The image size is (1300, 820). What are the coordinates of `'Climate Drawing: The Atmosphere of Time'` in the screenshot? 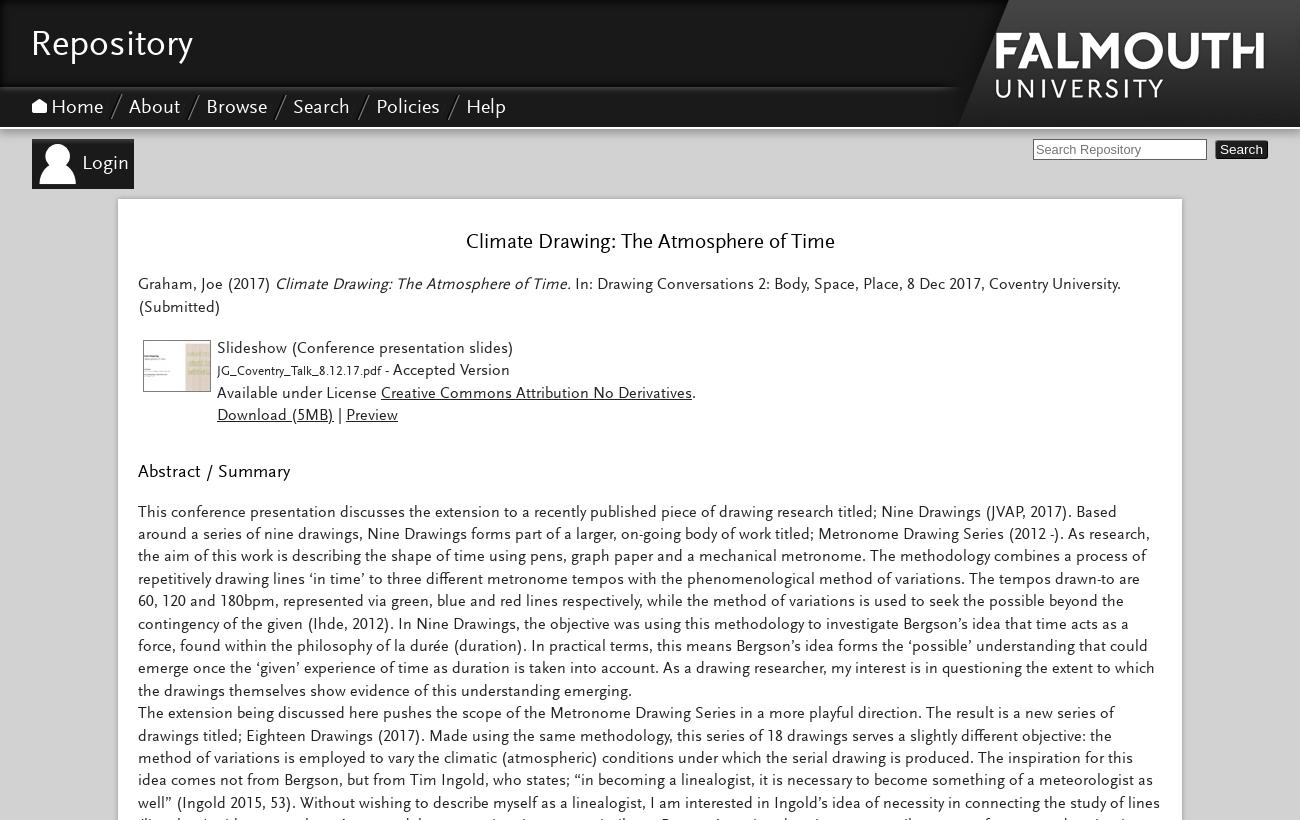 It's located at (649, 242).